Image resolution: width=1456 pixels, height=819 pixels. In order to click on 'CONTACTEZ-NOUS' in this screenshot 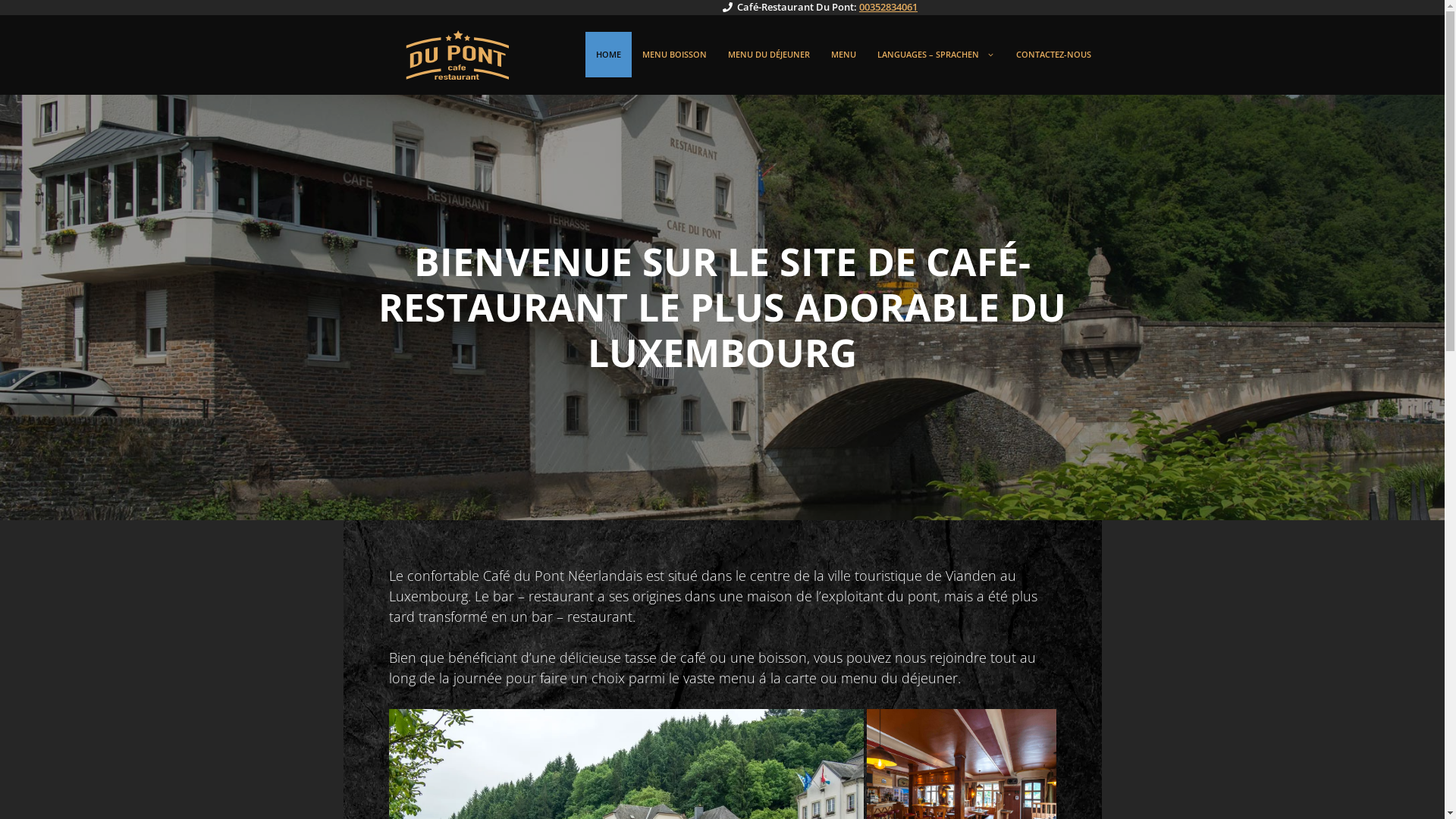, I will do `click(1053, 54)`.